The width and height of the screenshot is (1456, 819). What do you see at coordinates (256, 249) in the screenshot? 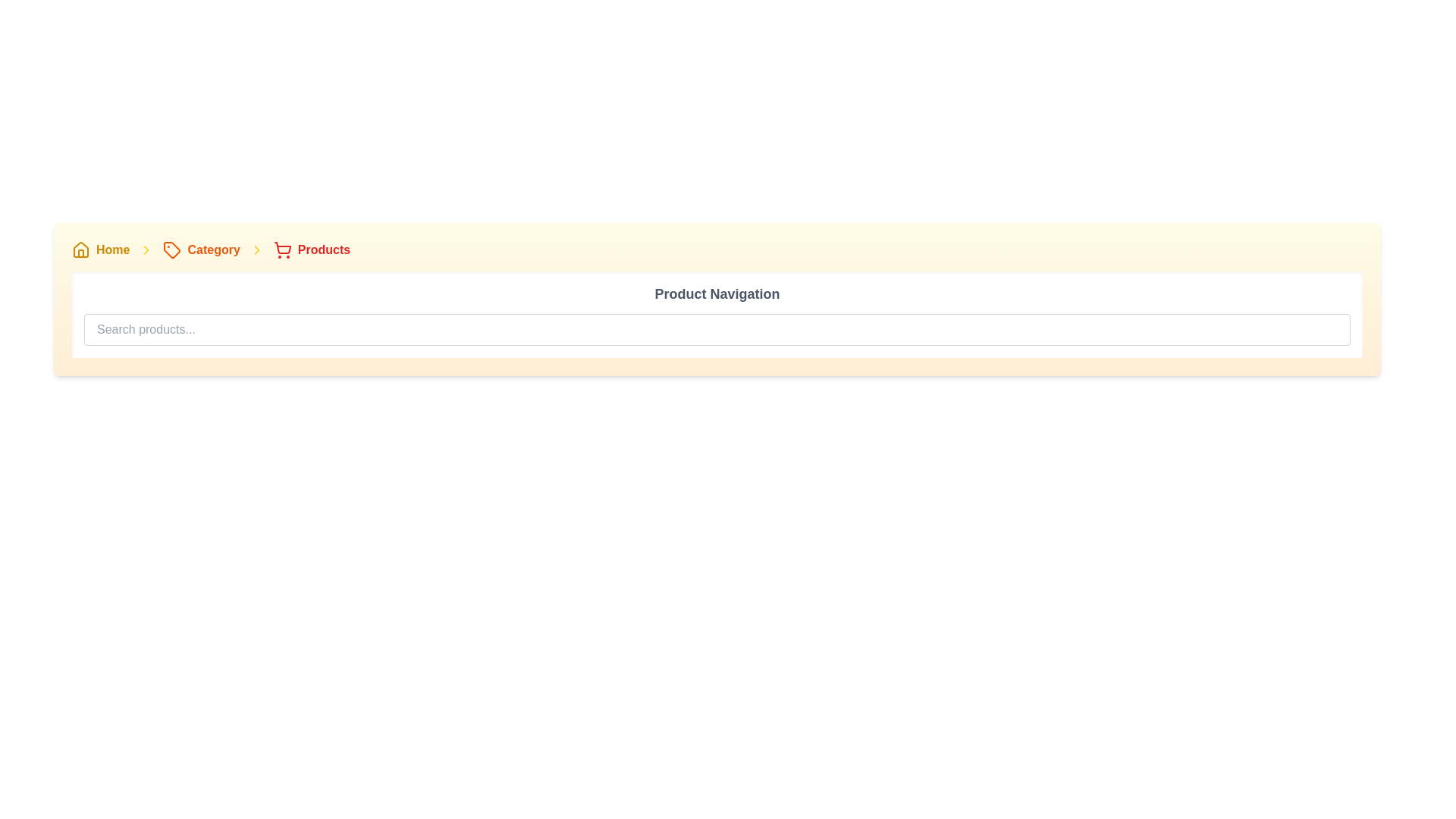
I see `the small right-pointing chevron icon that separates the 'Category' label from the 'Products' label in the breadcrumb navigation bar` at bounding box center [256, 249].